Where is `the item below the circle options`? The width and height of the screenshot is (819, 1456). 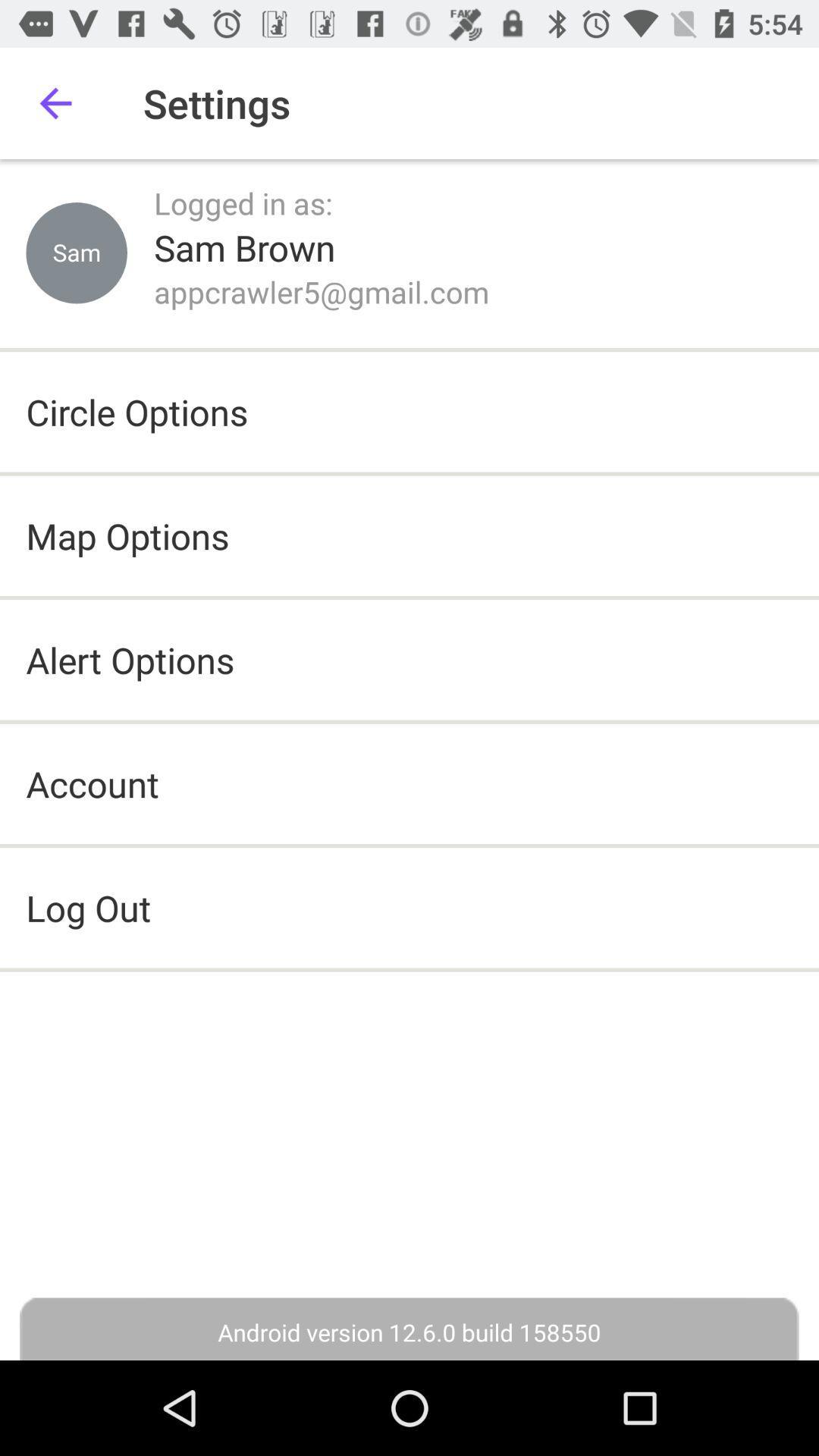 the item below the circle options is located at coordinates (127, 535).